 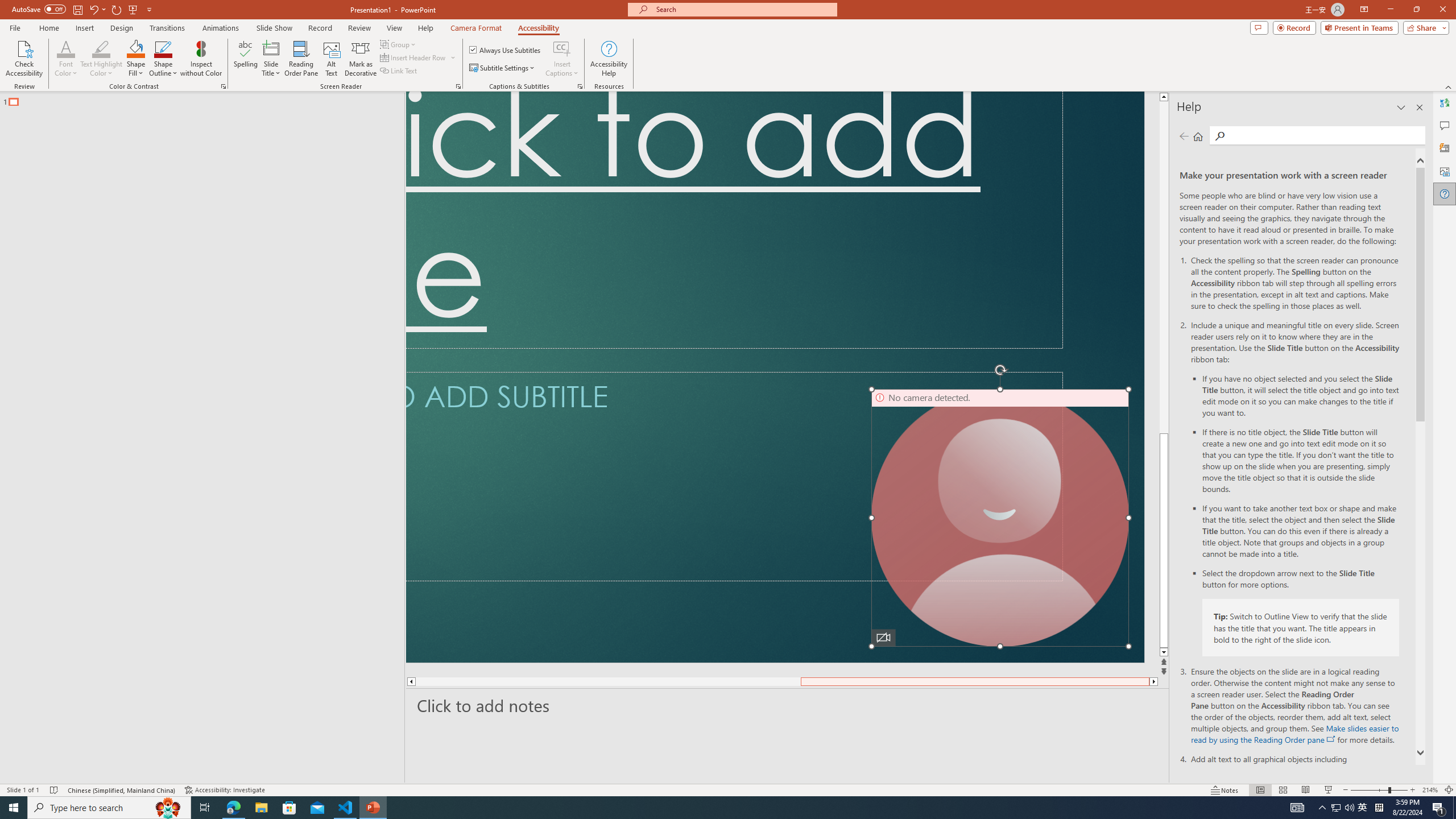 What do you see at coordinates (222, 85) in the screenshot?
I see `'Color & Contrast'` at bounding box center [222, 85].